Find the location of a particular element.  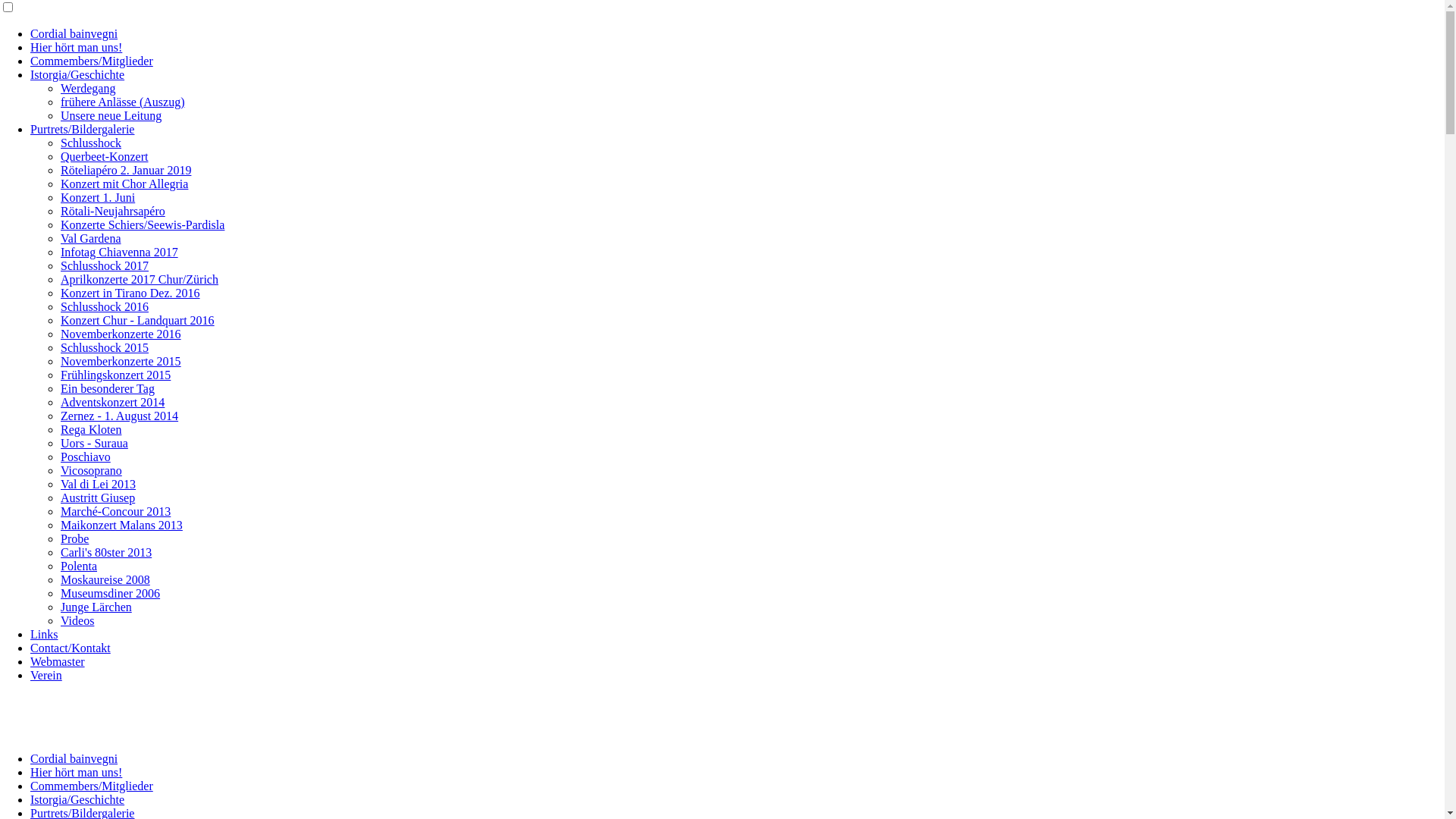

'Poschiavo' is located at coordinates (85, 456).